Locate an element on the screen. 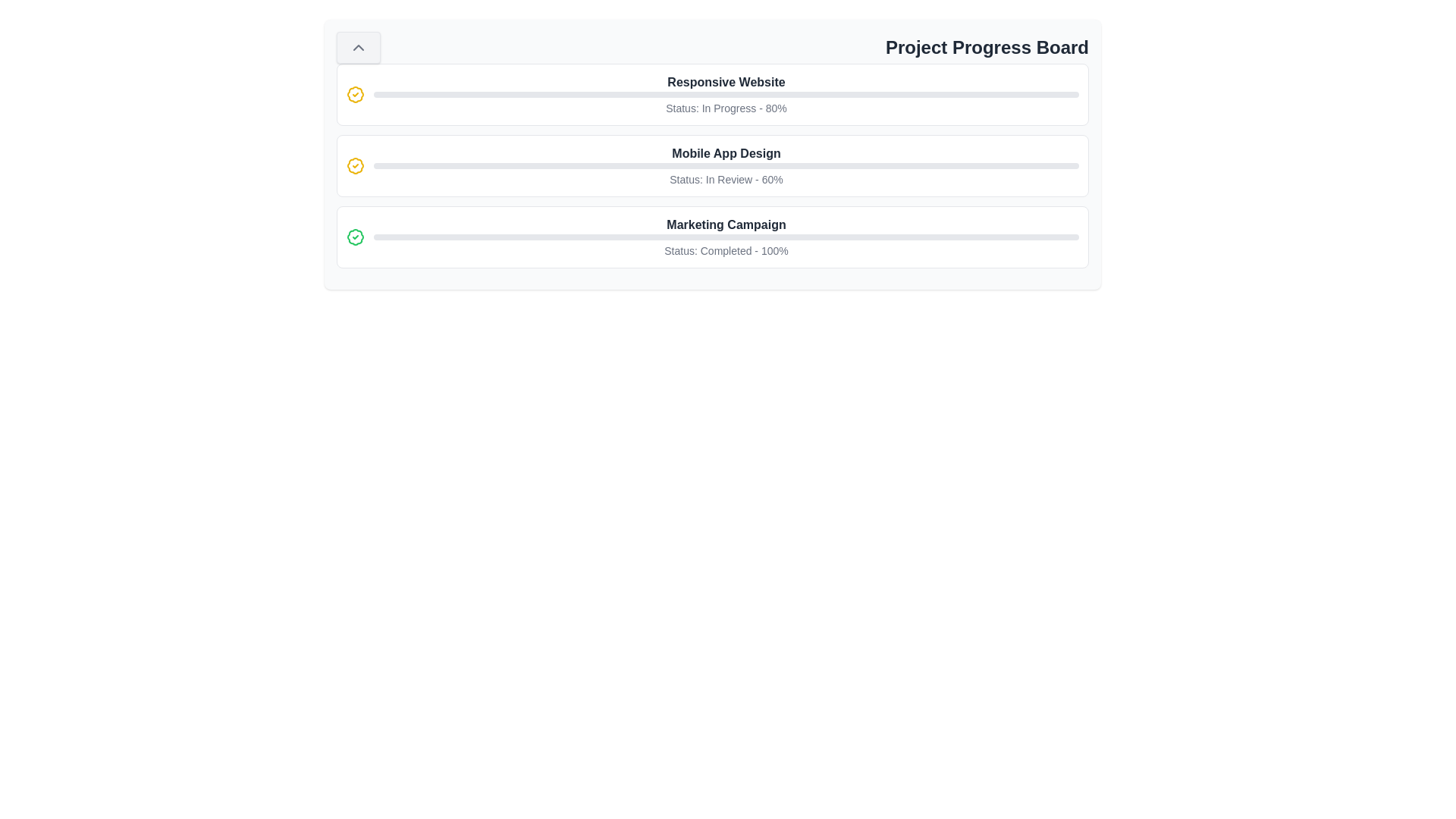 The width and height of the screenshot is (1456, 819). the status icon indicating 'In Review' for the 'Mobile App Design' project, which is the second element in a vertical list structure is located at coordinates (355, 166).